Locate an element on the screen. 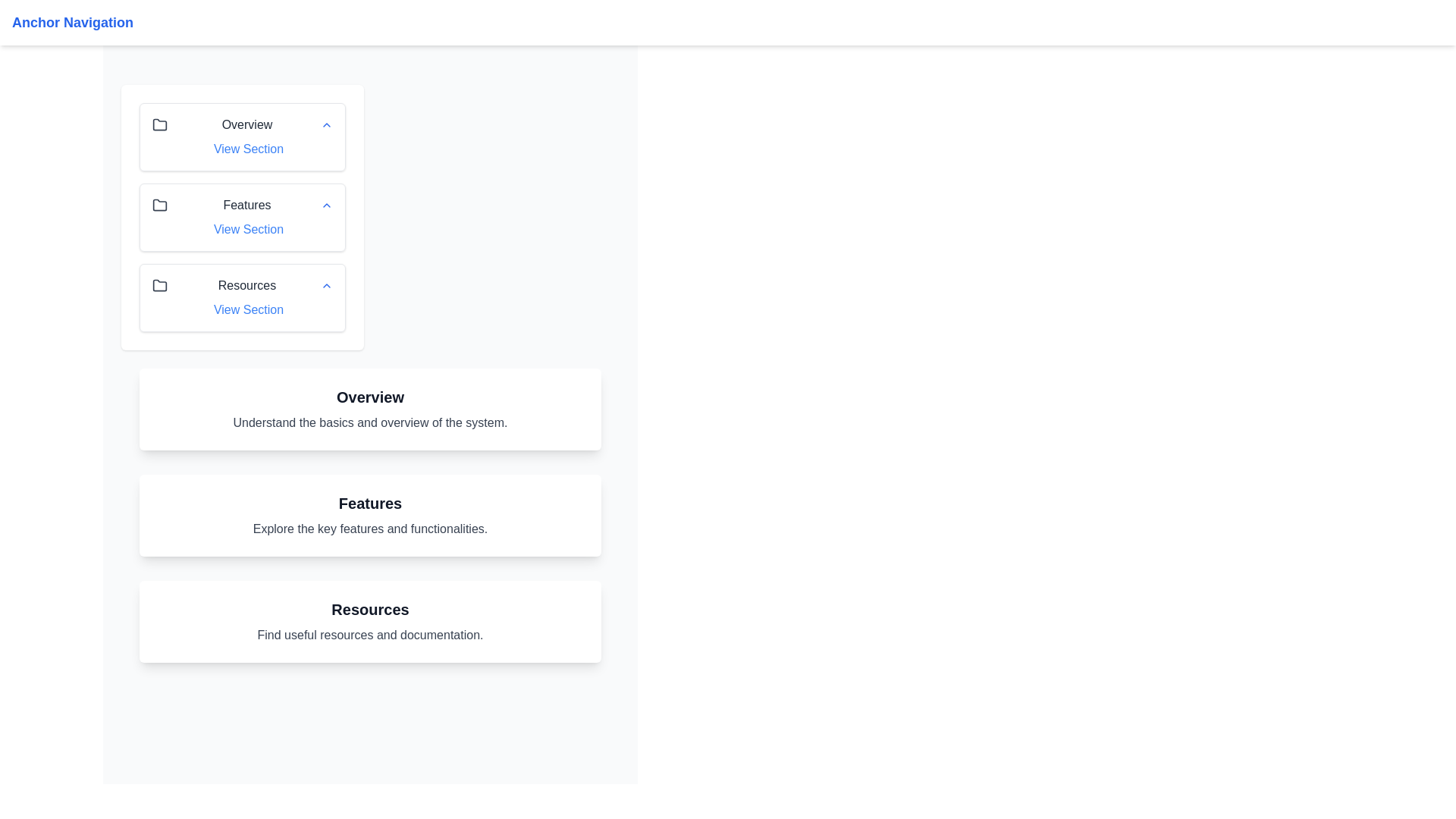  the hyperlink that navigates to the 'Overview' section, which is the first item in the vertically stacked navigation menu under the heading 'Overview' is located at coordinates (243, 149).